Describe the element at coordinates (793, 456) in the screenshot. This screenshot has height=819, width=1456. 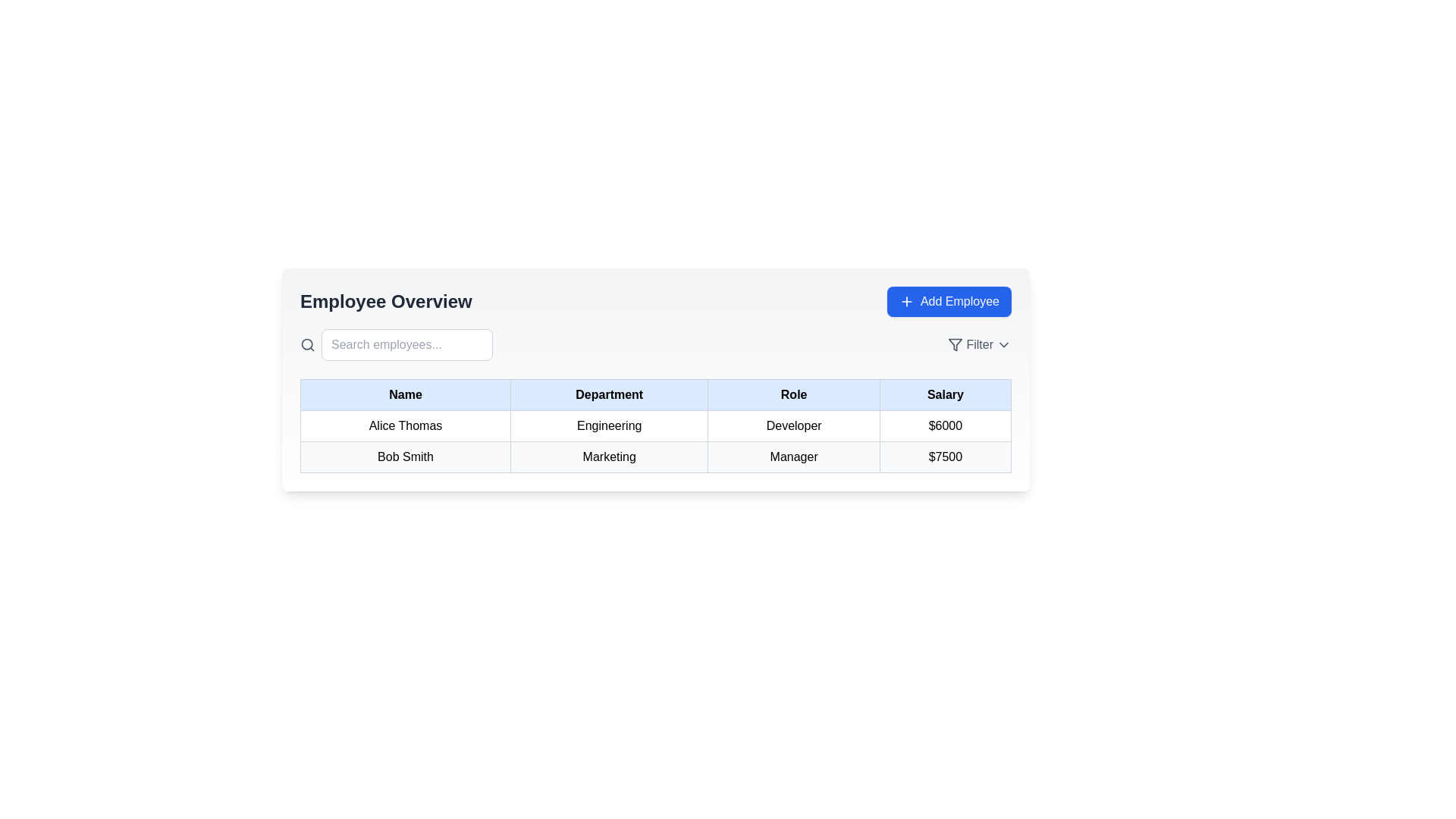
I see `the 'Manager' text cell in the third column of the second row of the table` at that location.